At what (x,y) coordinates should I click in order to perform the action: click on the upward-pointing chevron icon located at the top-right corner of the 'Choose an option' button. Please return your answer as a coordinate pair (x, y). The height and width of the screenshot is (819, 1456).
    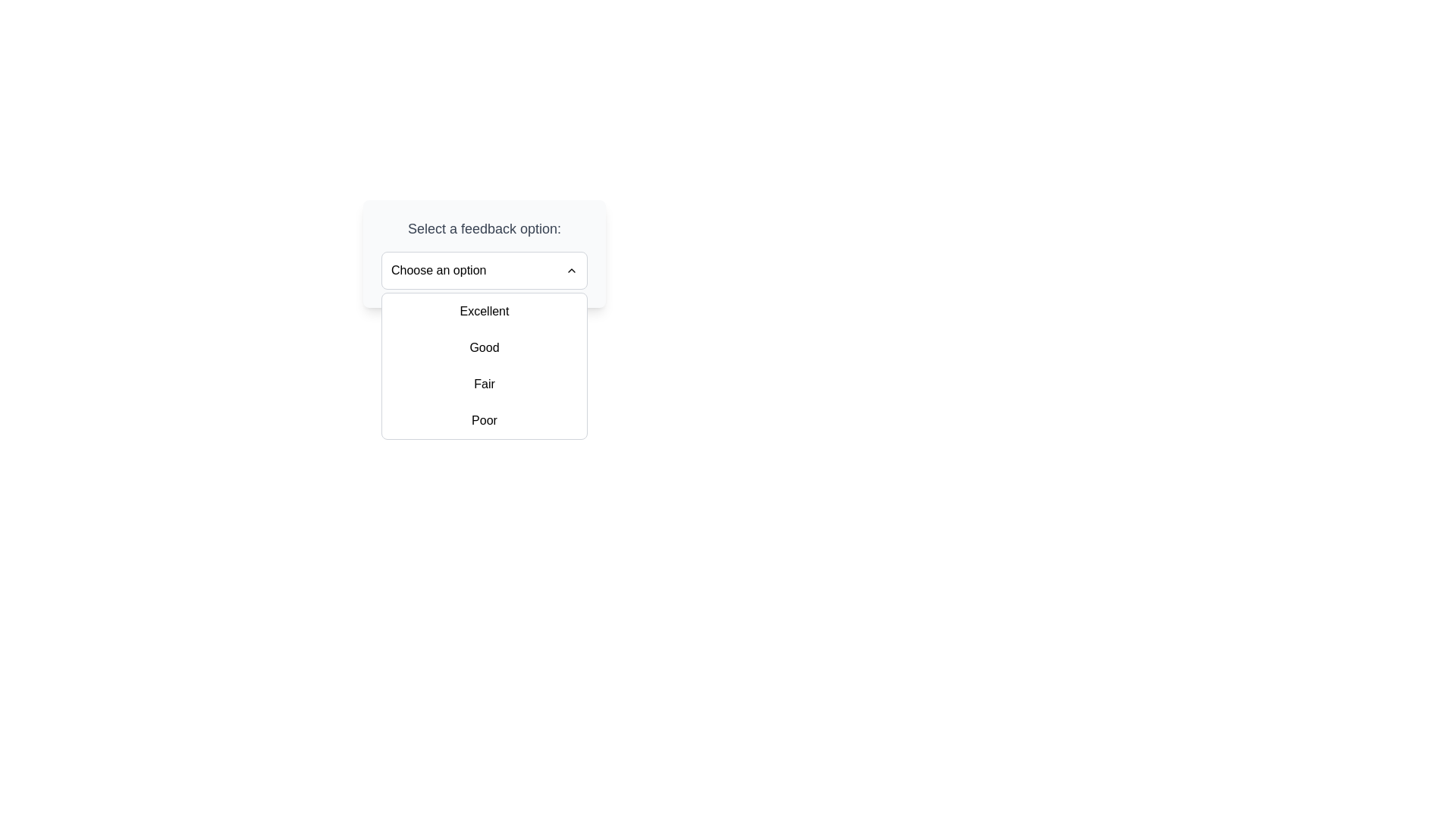
    Looking at the image, I should click on (570, 270).